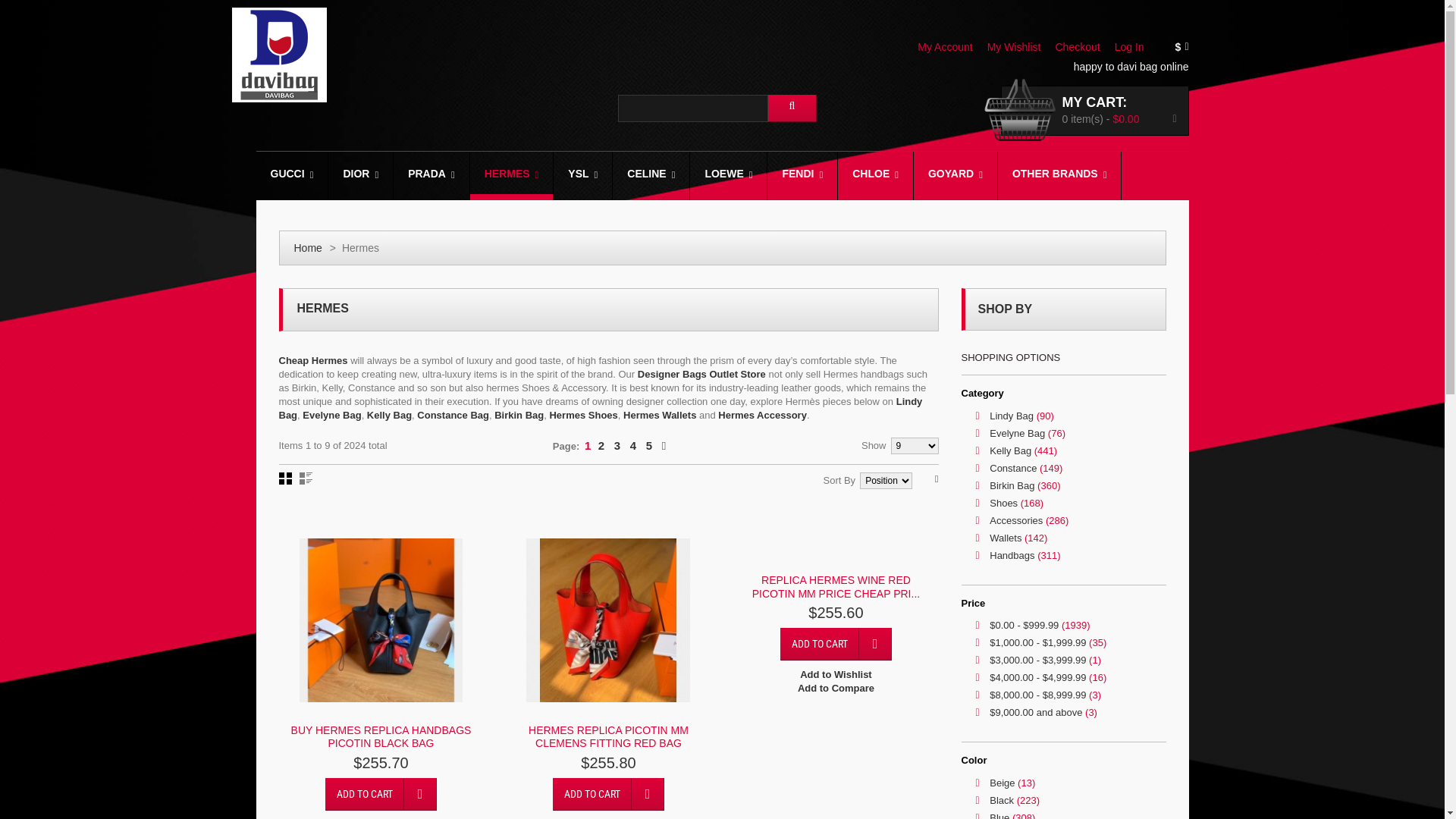 The image size is (1456, 819). What do you see at coordinates (366, 174) in the screenshot?
I see `'DIOR'` at bounding box center [366, 174].